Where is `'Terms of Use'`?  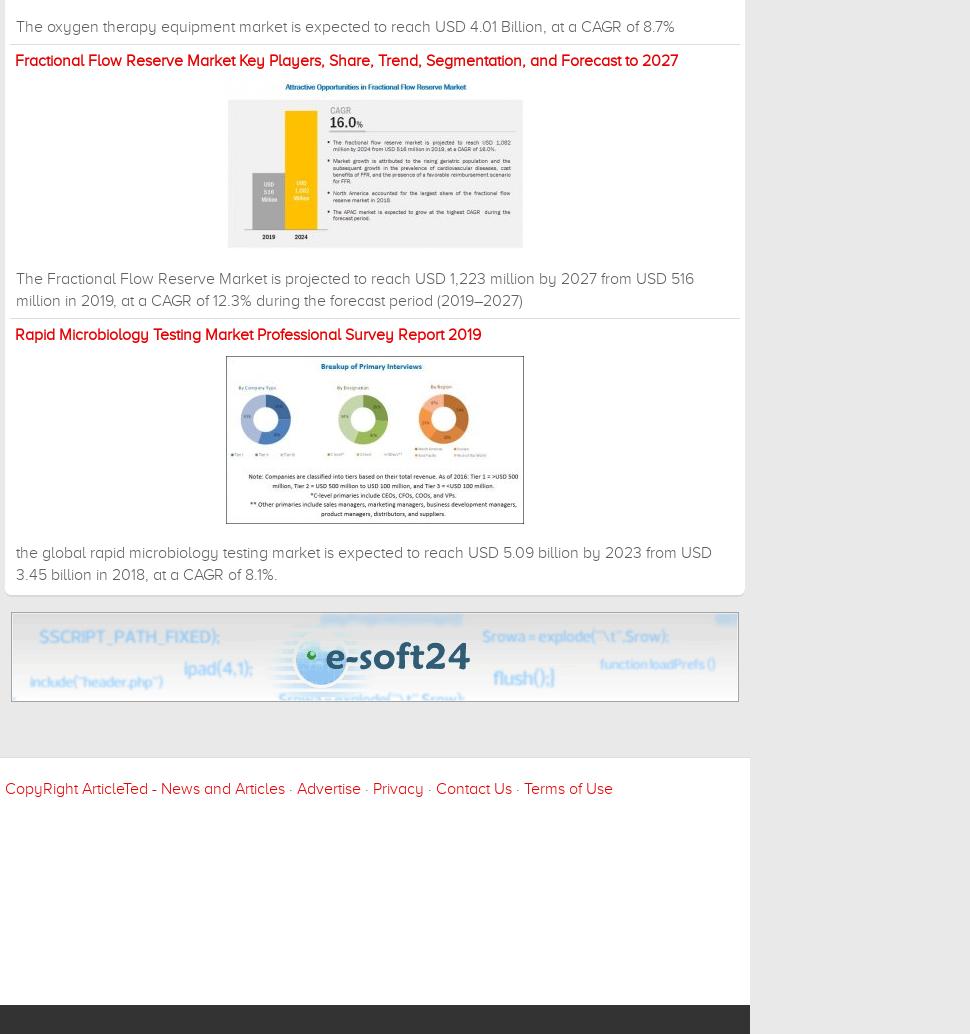
'Terms of Use' is located at coordinates (567, 787).